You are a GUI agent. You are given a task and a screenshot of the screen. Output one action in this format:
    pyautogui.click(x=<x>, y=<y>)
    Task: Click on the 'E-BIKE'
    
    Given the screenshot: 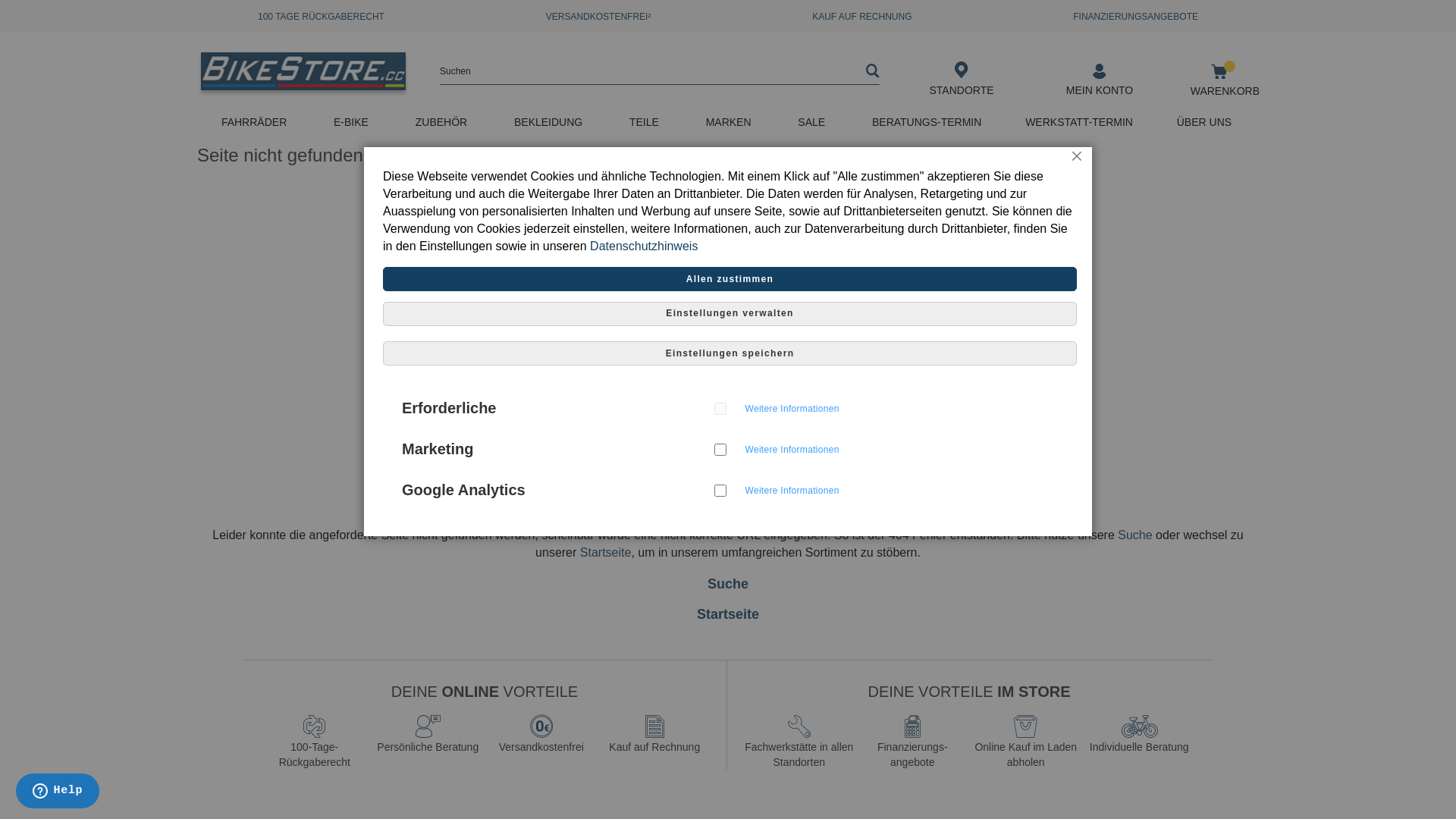 What is the action you would take?
    pyautogui.click(x=352, y=122)
    